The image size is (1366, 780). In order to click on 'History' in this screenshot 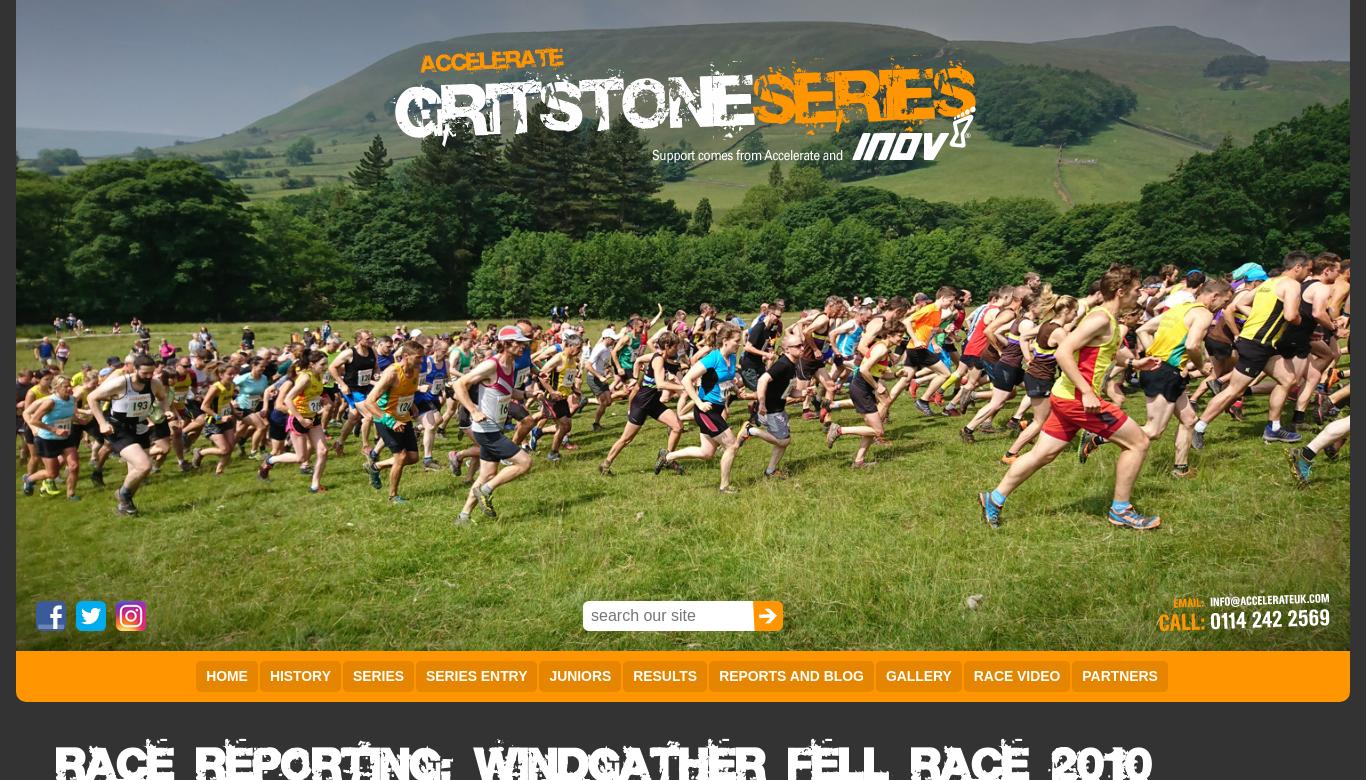, I will do `click(299, 675)`.